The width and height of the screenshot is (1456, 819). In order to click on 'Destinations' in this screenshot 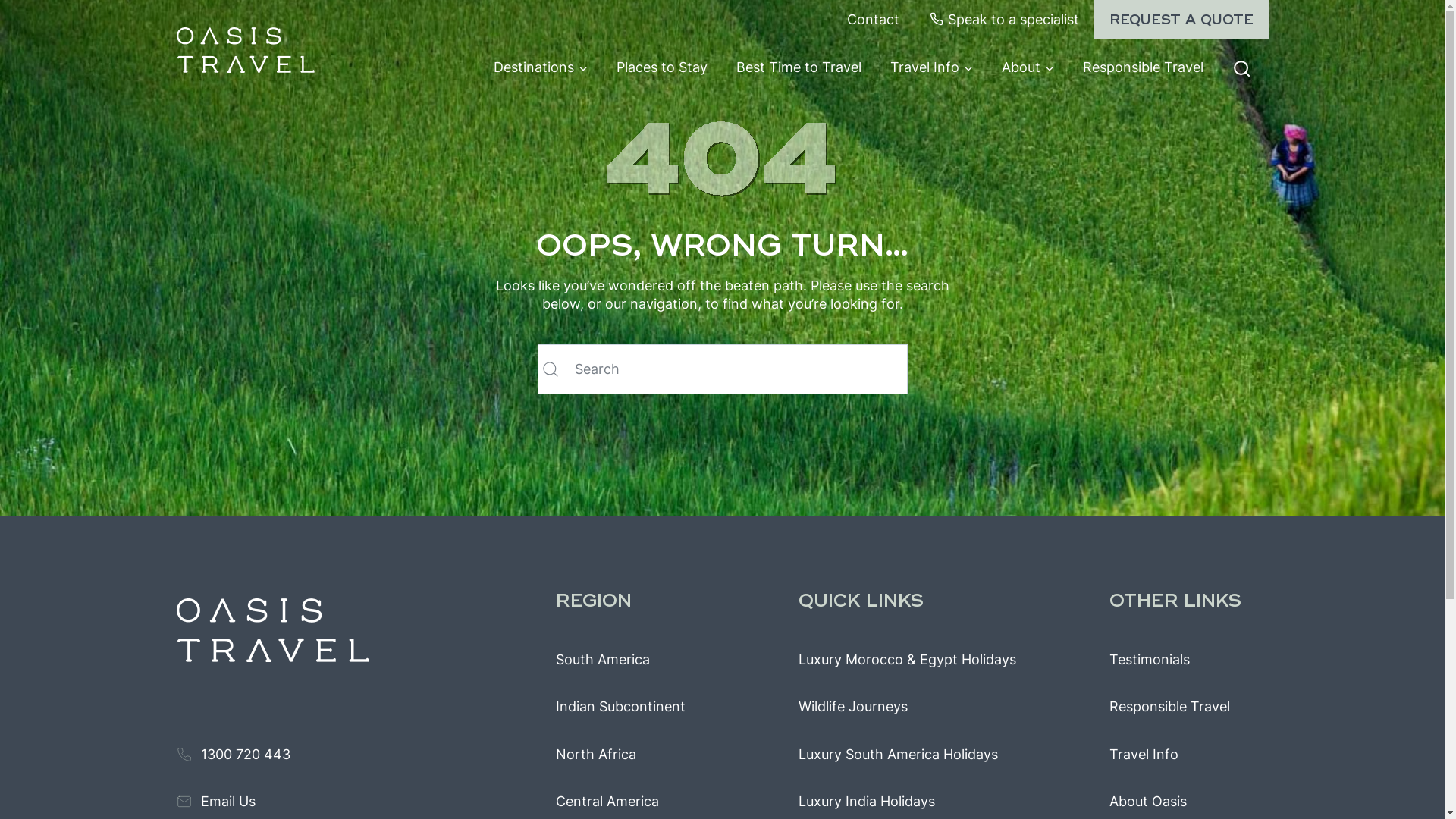, I will do `click(541, 66)`.